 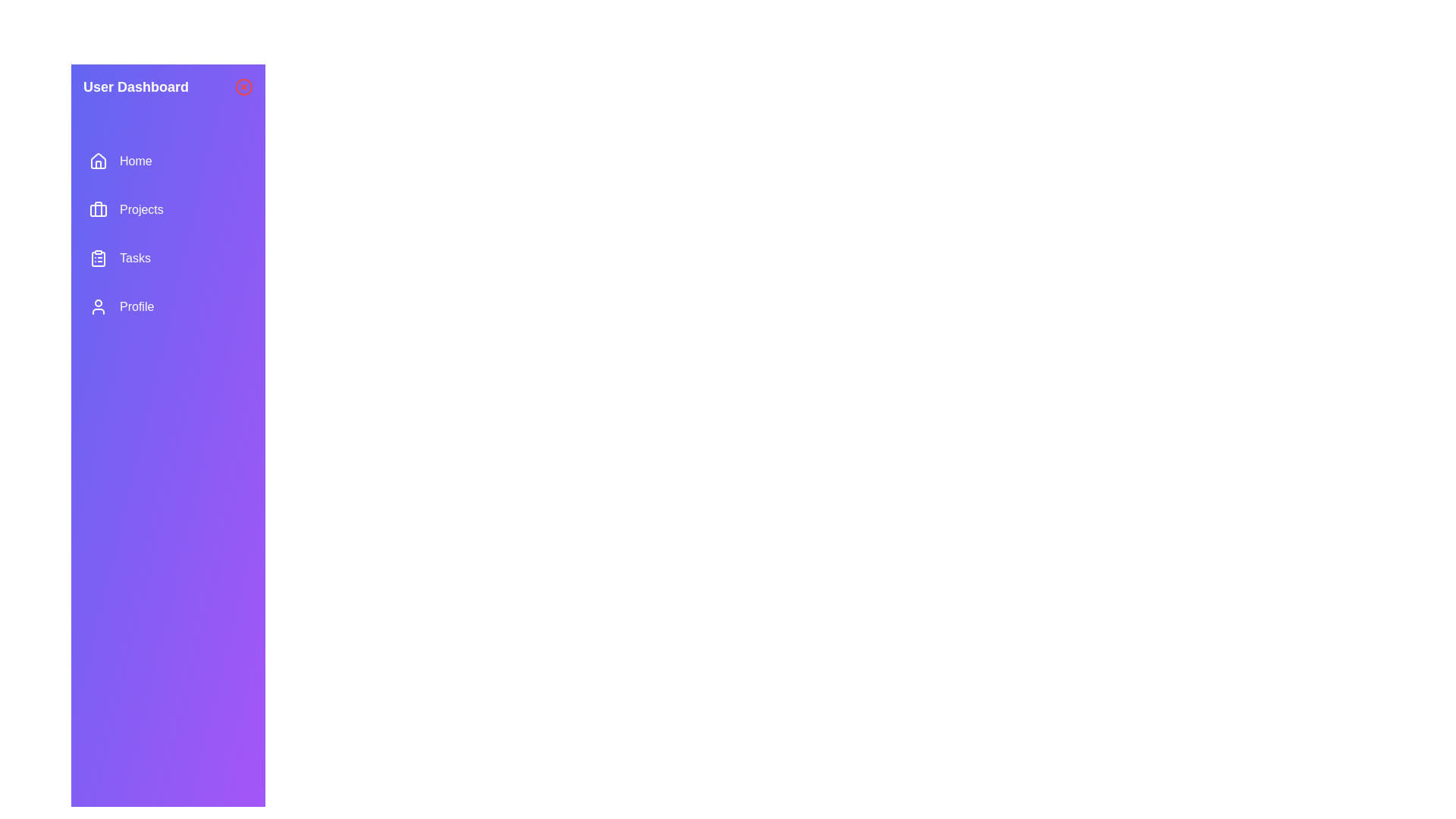 What do you see at coordinates (97, 210) in the screenshot?
I see `the rectangular element within the 'Projects' menu item's briefcase icon in the sidebar menu` at bounding box center [97, 210].